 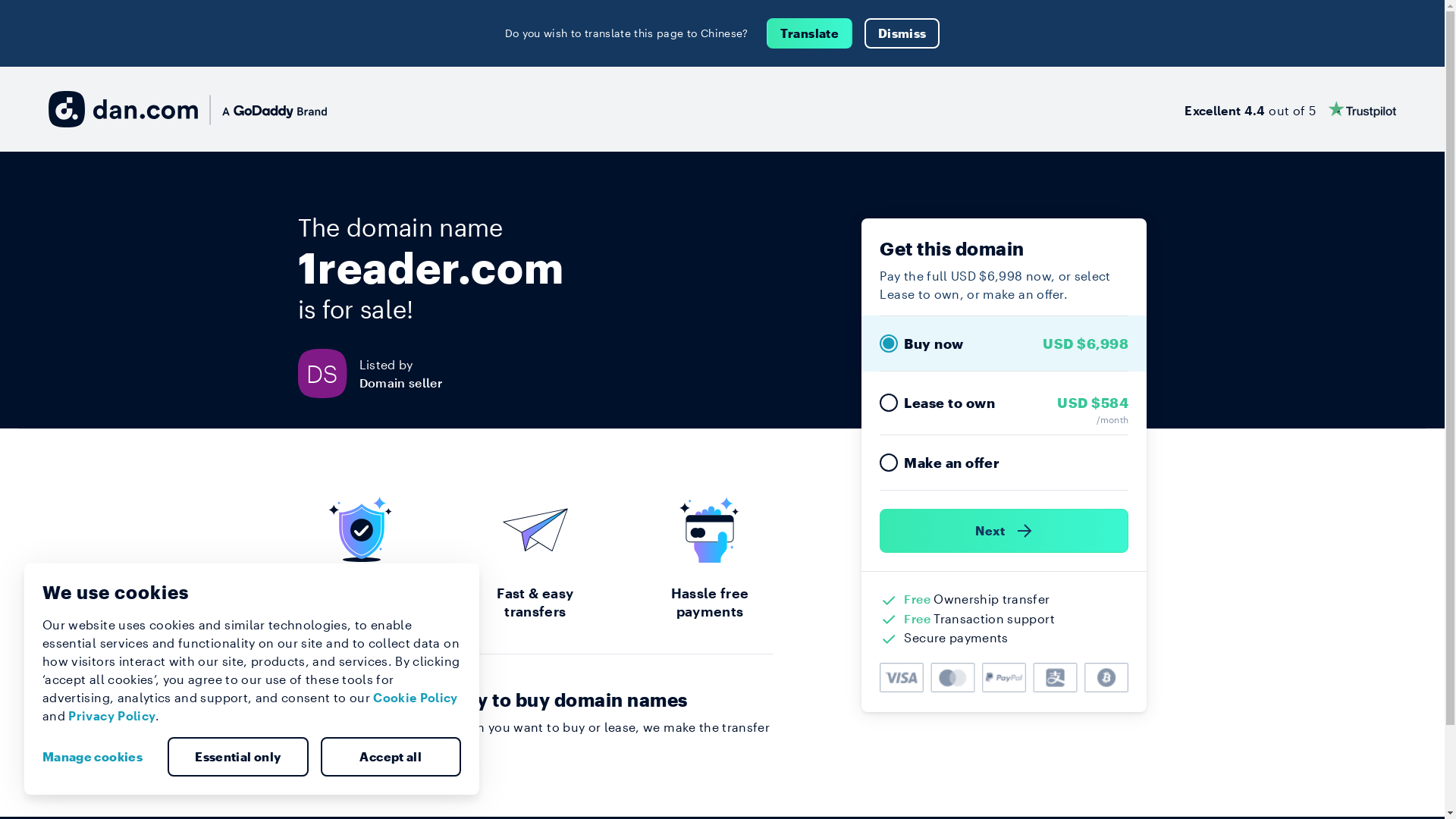 I want to click on 'Accept all', so click(x=390, y=757).